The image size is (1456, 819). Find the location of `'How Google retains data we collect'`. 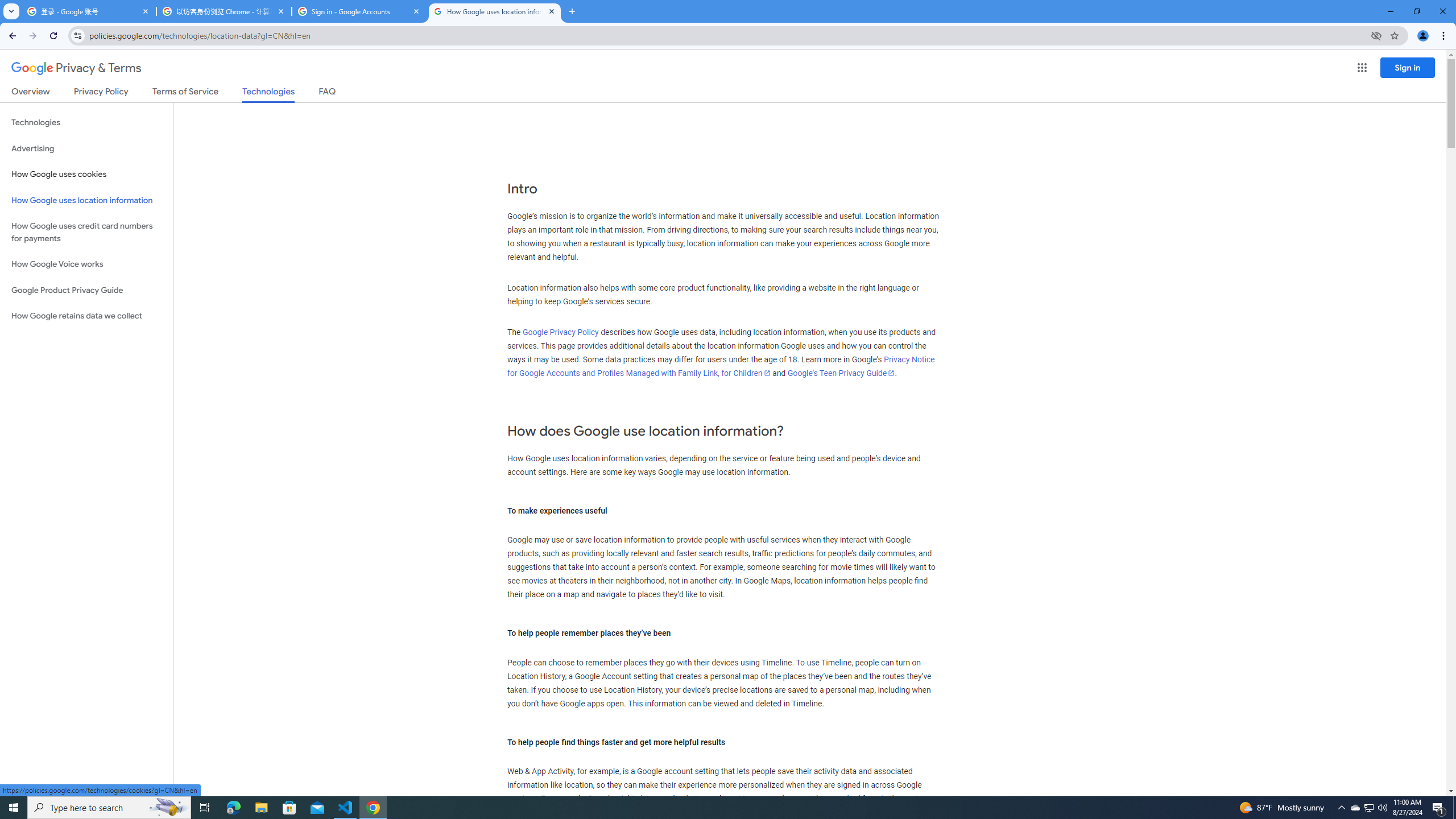

'How Google retains data we collect' is located at coordinates (86, 316).